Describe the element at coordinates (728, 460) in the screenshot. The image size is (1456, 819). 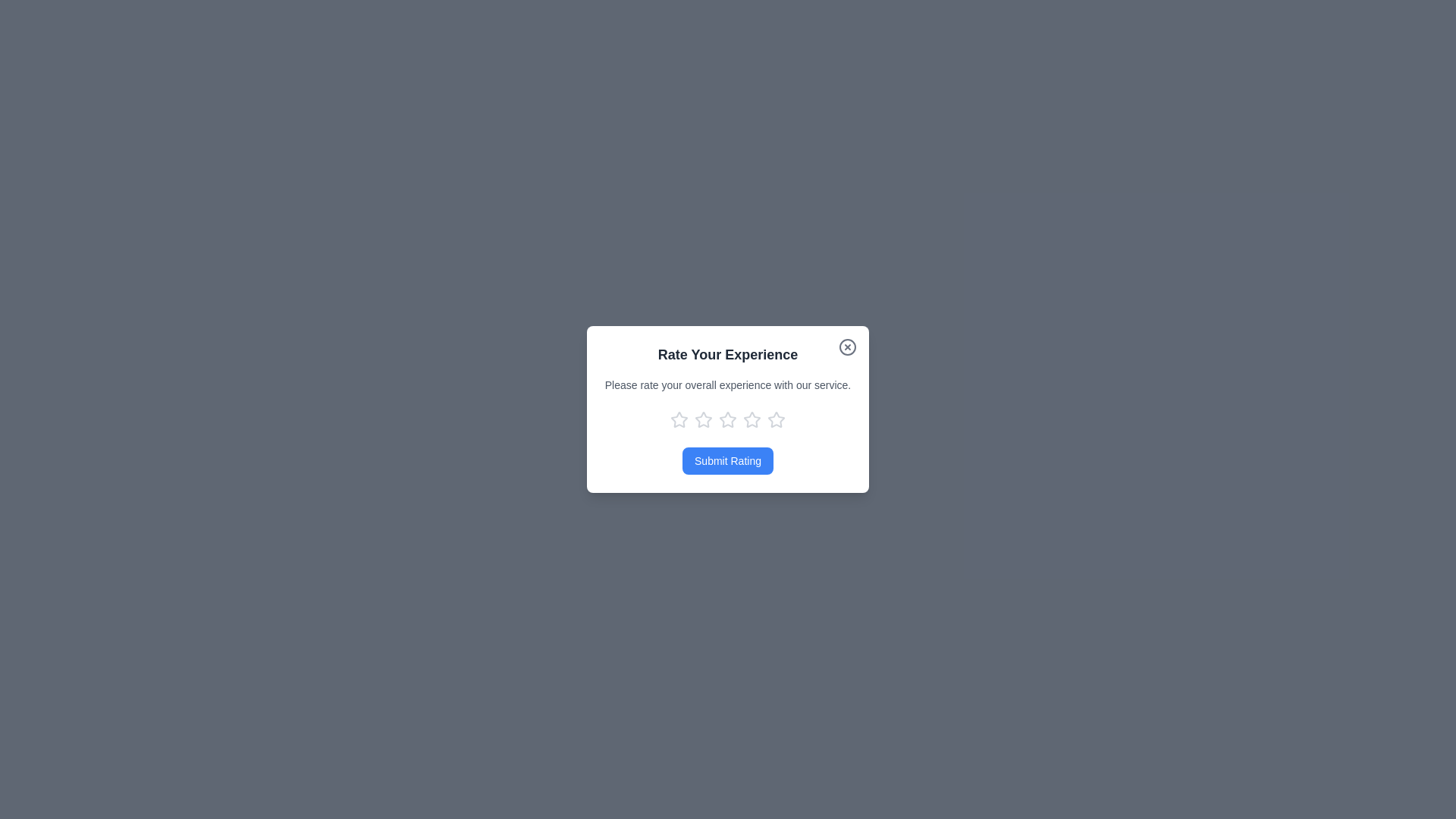
I see `'Submit Rating' button to submit the rating` at that location.